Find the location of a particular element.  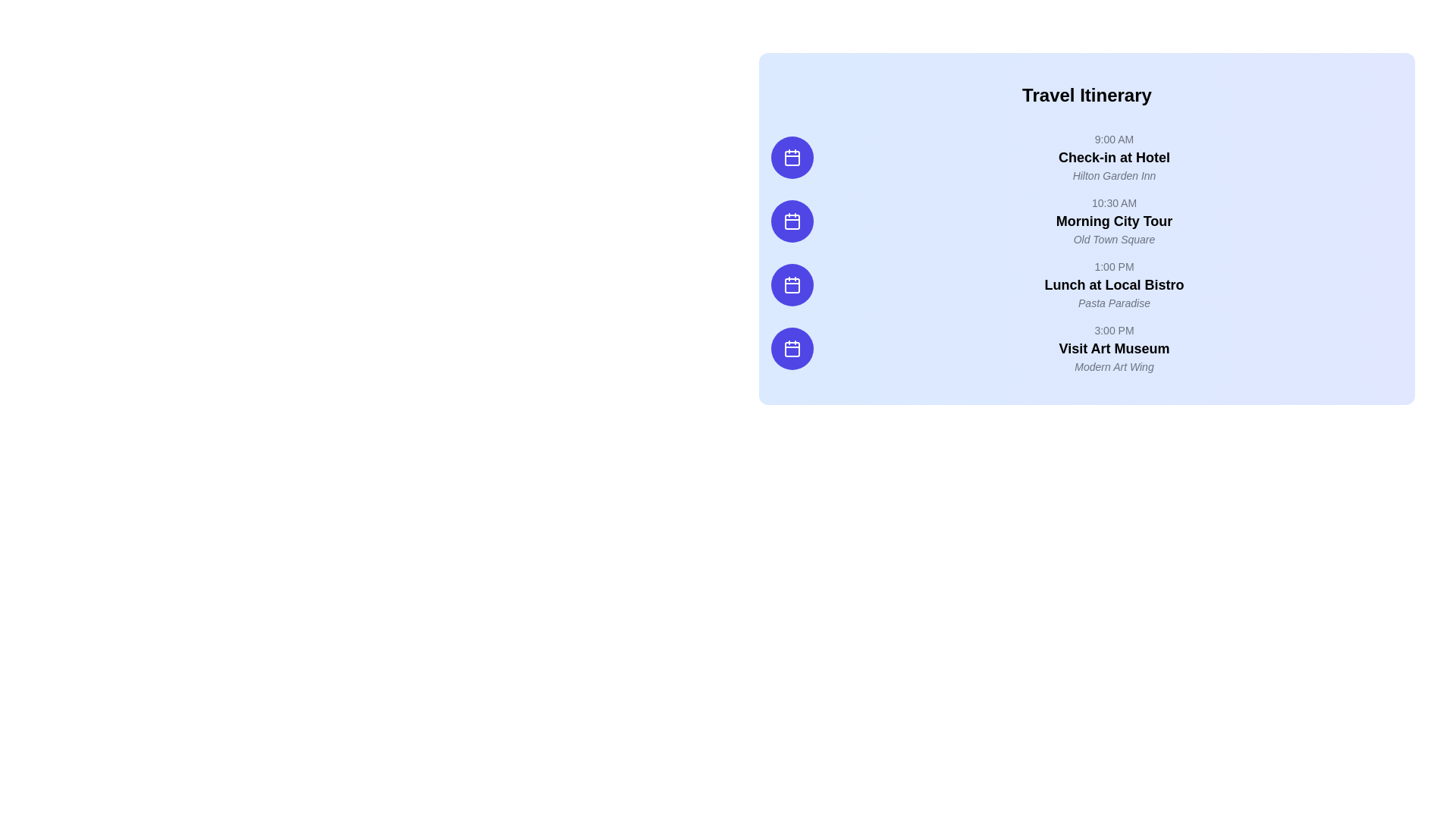

text content of the timeline entry displaying '10:30 AM', 'Morning City Tour', and 'Old Town Square', which is located below the '9:00 AM' entry and above the '1:00 PM' entry is located at coordinates (1086, 221).